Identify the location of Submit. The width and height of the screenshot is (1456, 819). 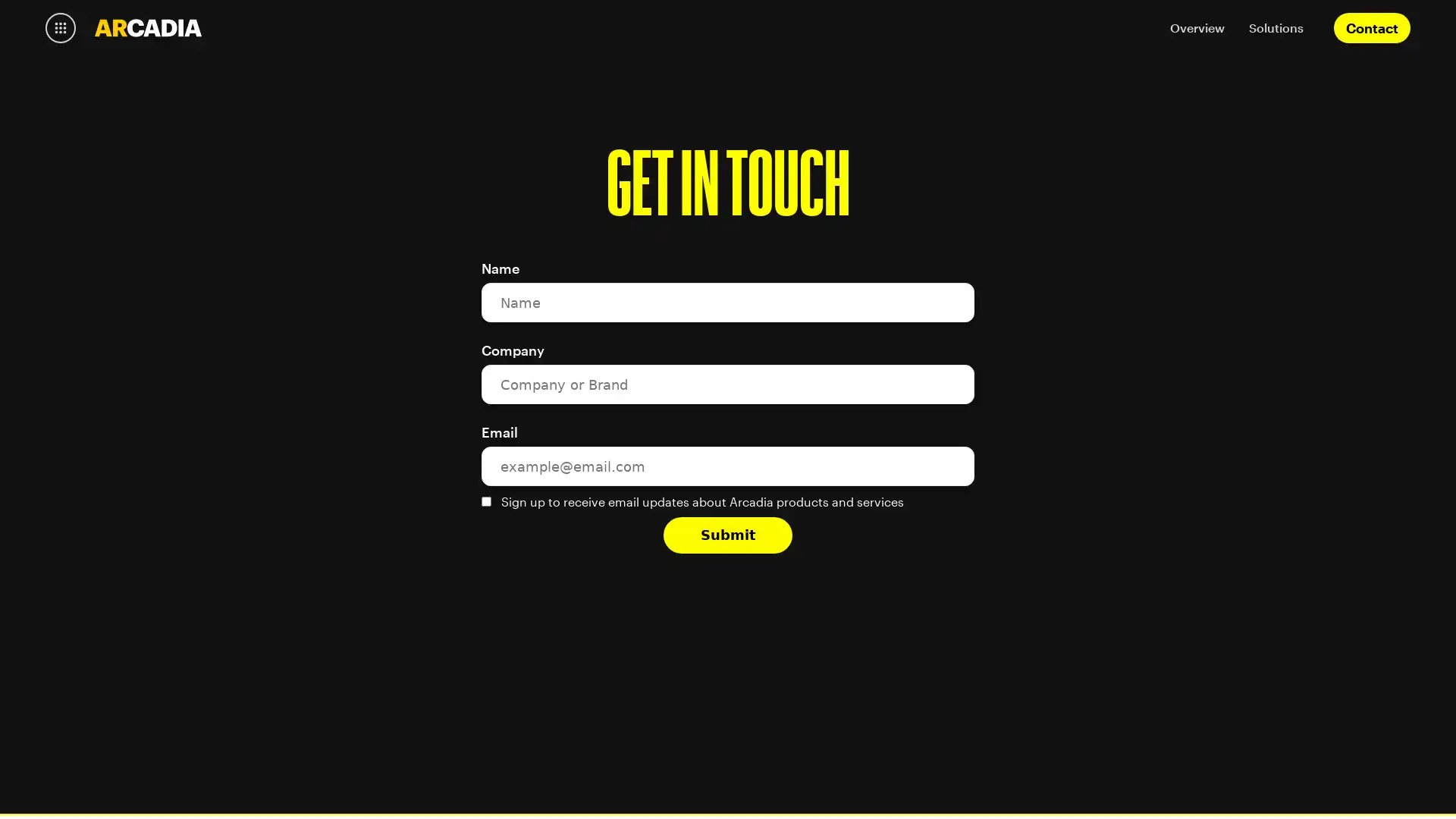
(728, 534).